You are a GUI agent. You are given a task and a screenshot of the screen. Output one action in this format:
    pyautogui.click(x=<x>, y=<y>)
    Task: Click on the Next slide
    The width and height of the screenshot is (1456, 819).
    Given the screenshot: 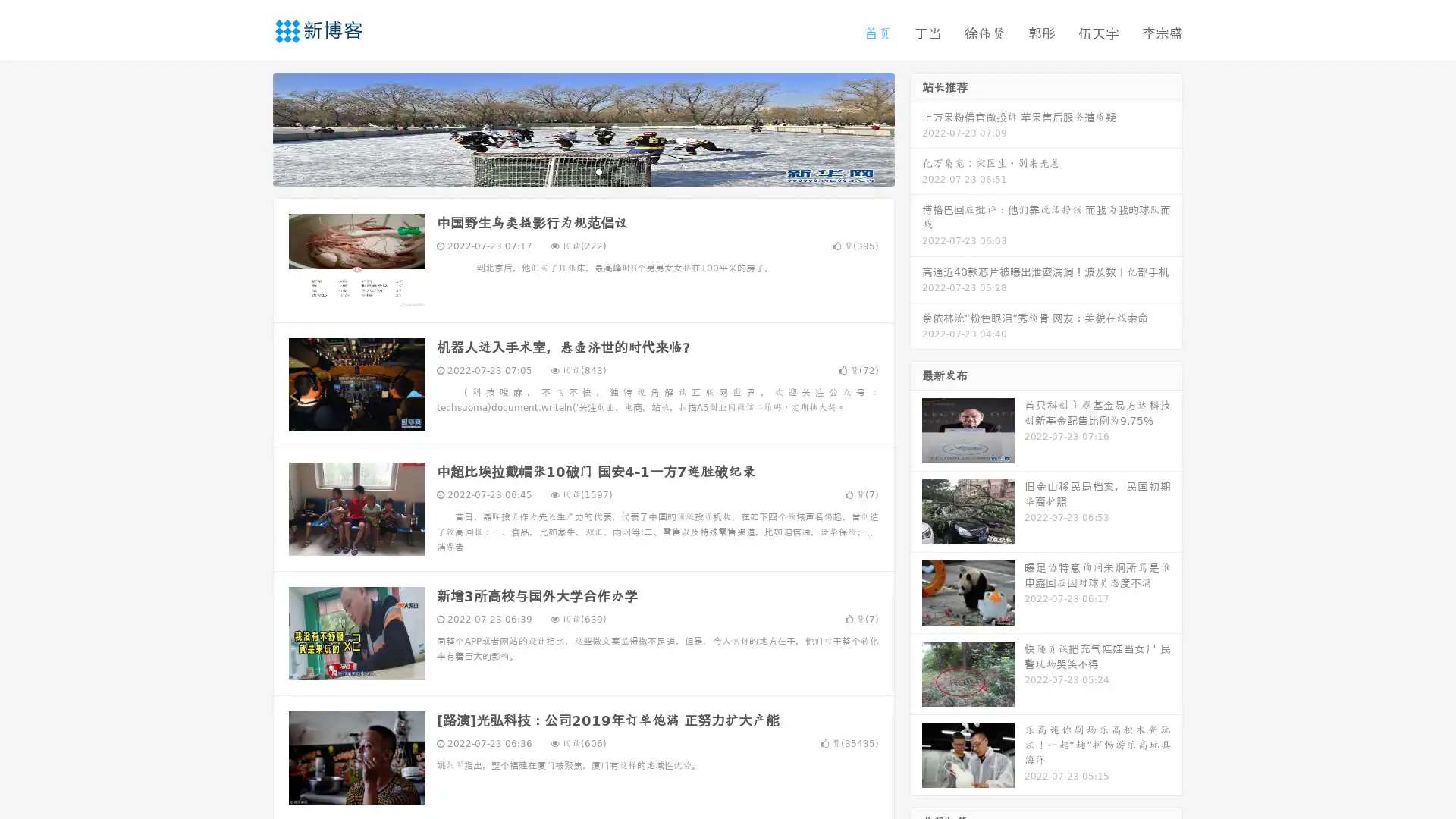 What is the action you would take?
    pyautogui.click(x=916, y=127)
    